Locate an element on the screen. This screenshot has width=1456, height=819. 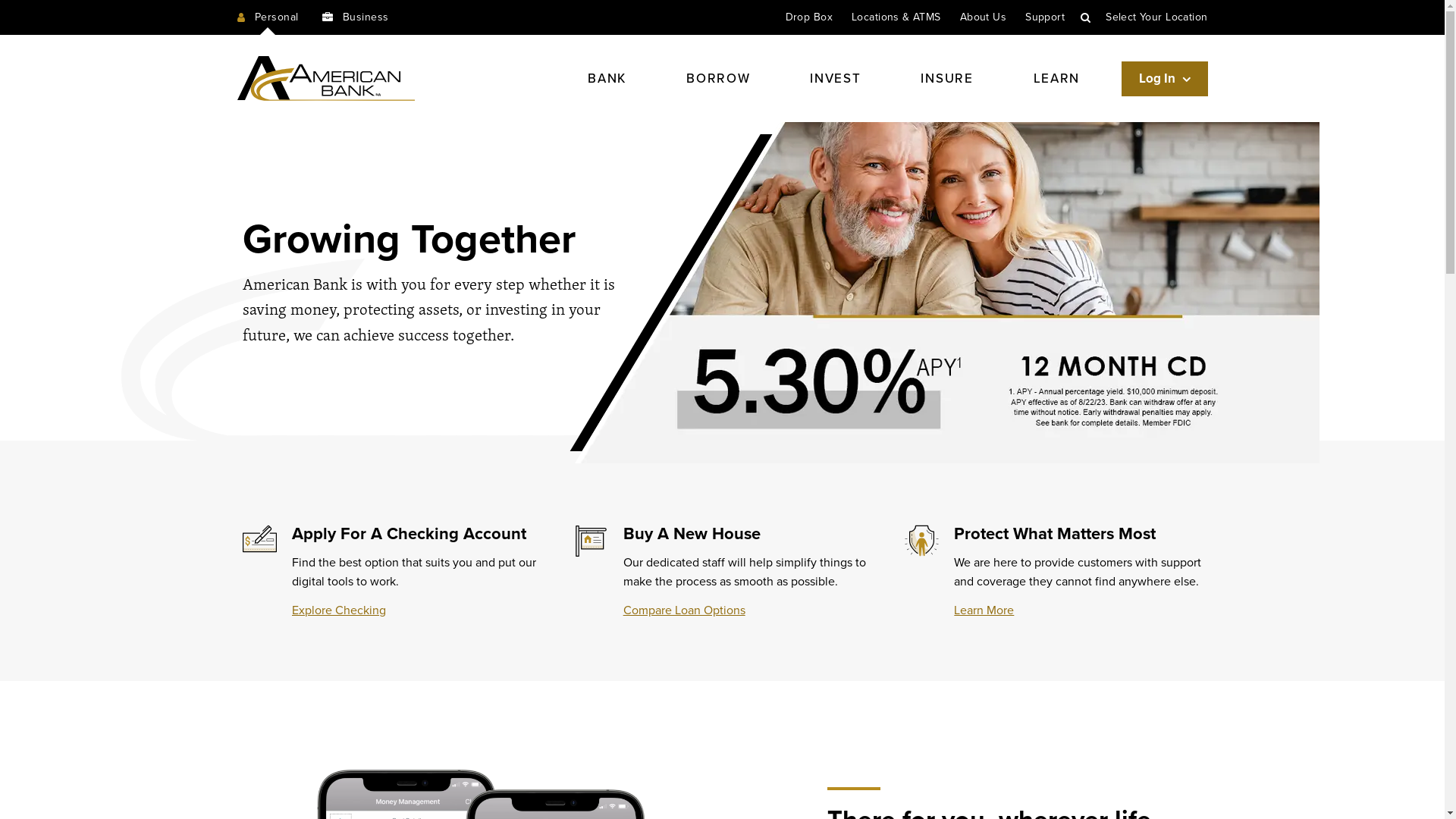
'LEARN' is located at coordinates (1056, 78).